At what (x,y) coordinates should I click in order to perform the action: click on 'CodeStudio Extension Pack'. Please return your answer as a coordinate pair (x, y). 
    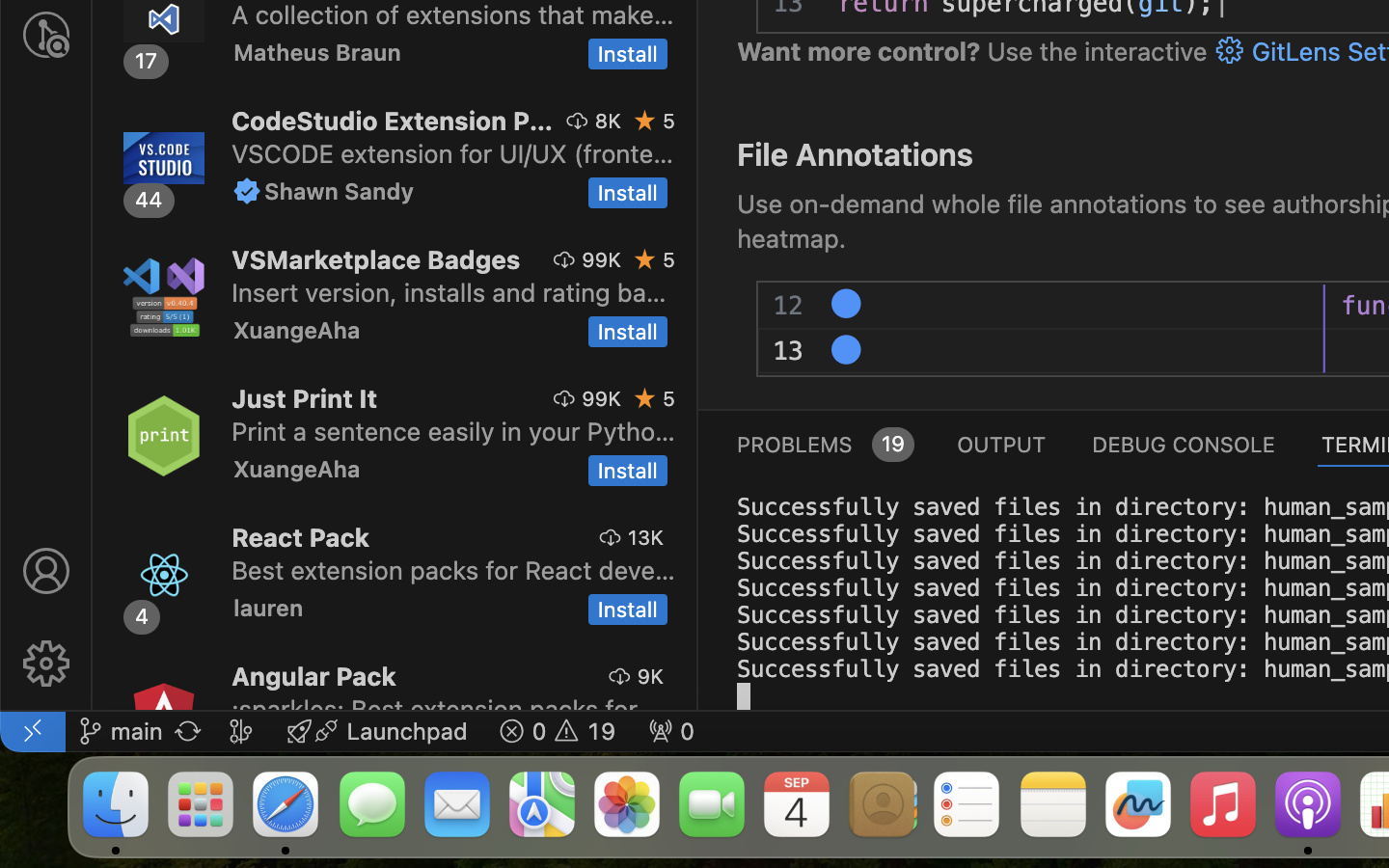
    Looking at the image, I should click on (391, 121).